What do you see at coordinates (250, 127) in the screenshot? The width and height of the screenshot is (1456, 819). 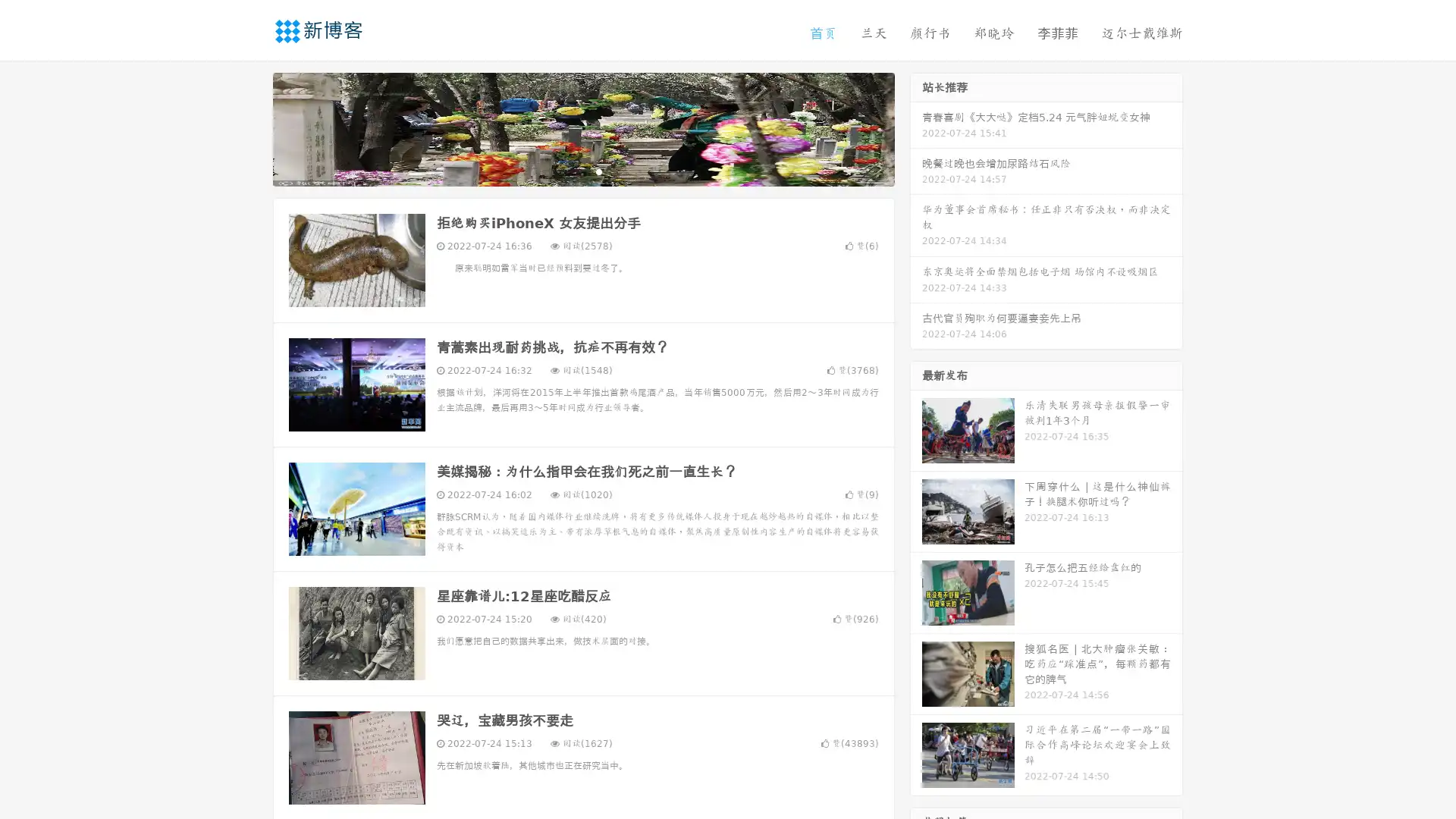 I see `Previous slide` at bounding box center [250, 127].